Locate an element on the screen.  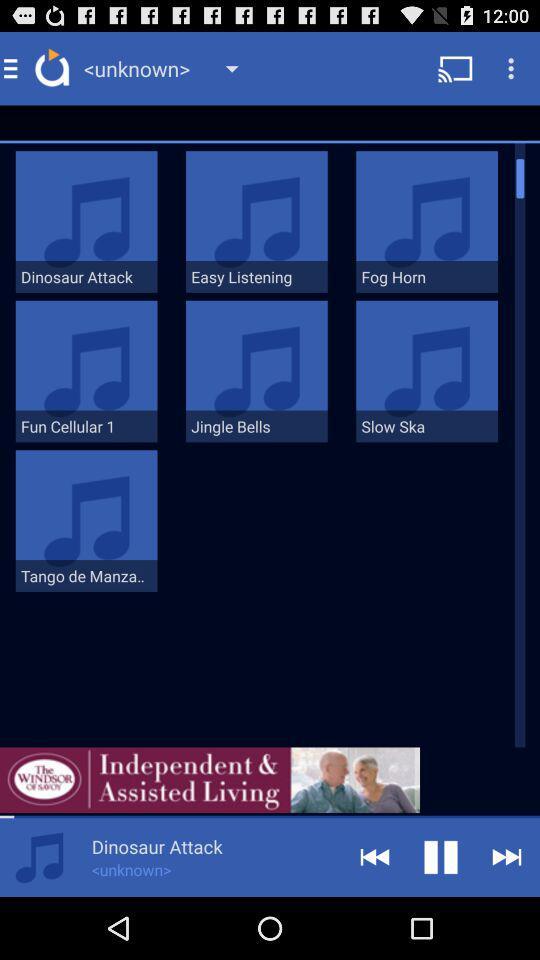
music is located at coordinates (39, 856).